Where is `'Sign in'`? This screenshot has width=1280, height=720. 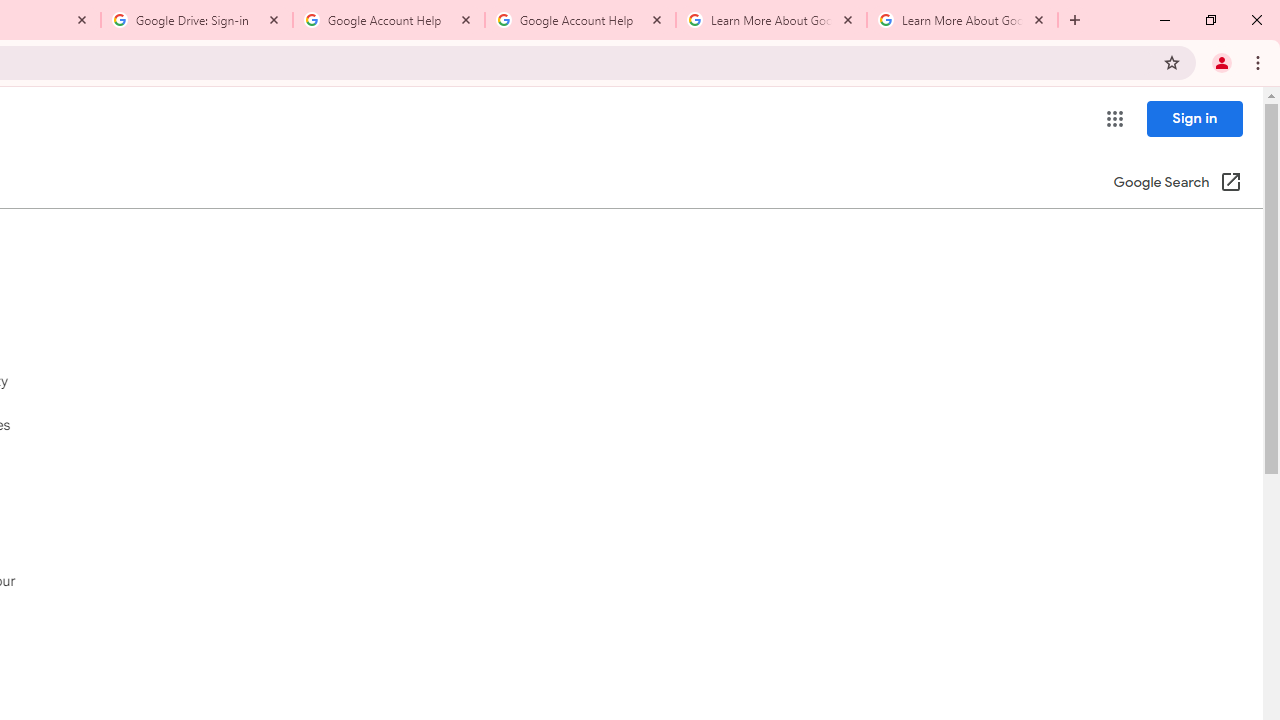 'Sign in' is located at coordinates (1194, 118).